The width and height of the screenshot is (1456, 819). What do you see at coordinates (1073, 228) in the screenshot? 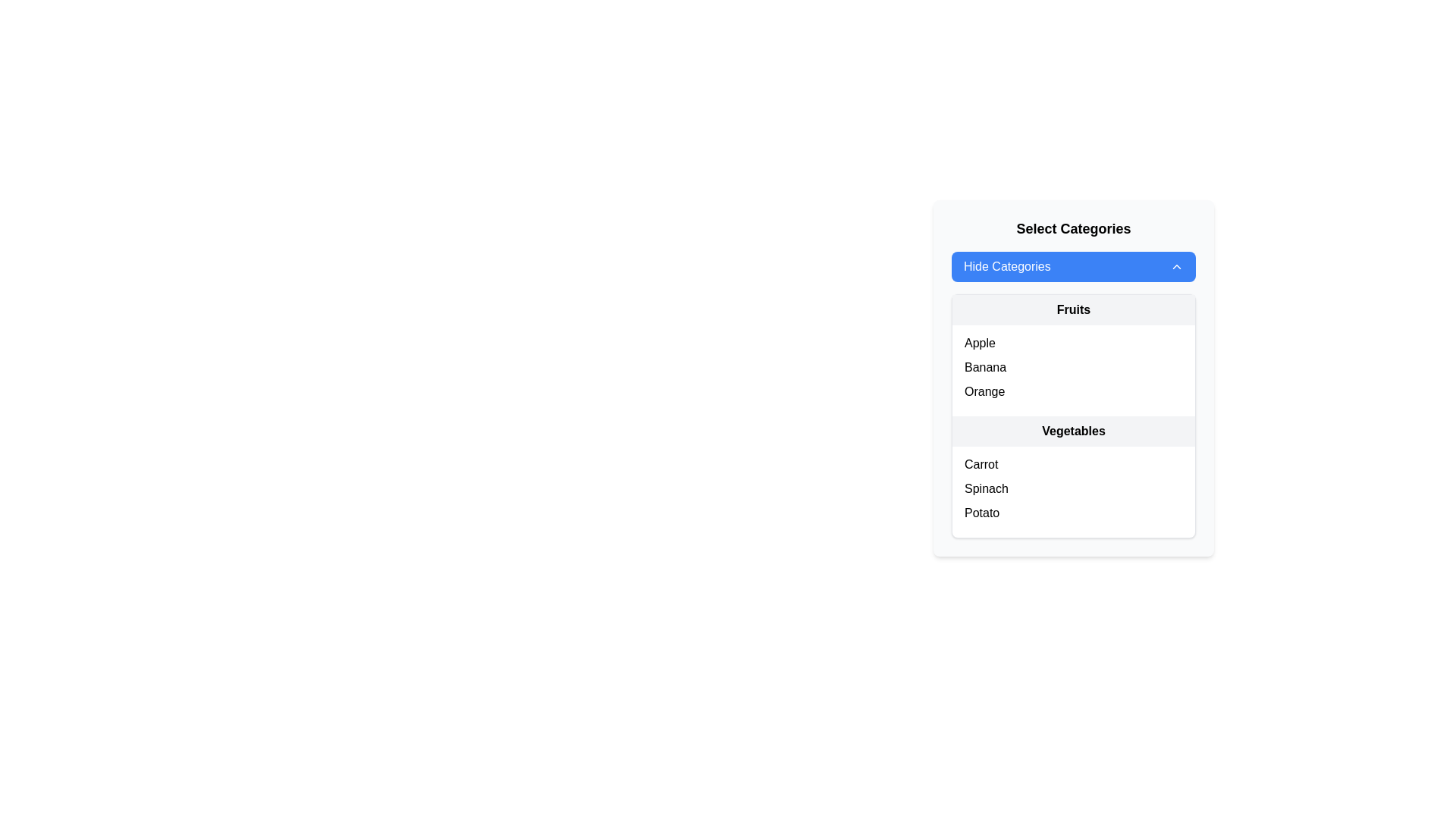
I see `the 'Select Categories' text label, which is a large and bold black font on a white background located at the top of the user interface section` at bounding box center [1073, 228].